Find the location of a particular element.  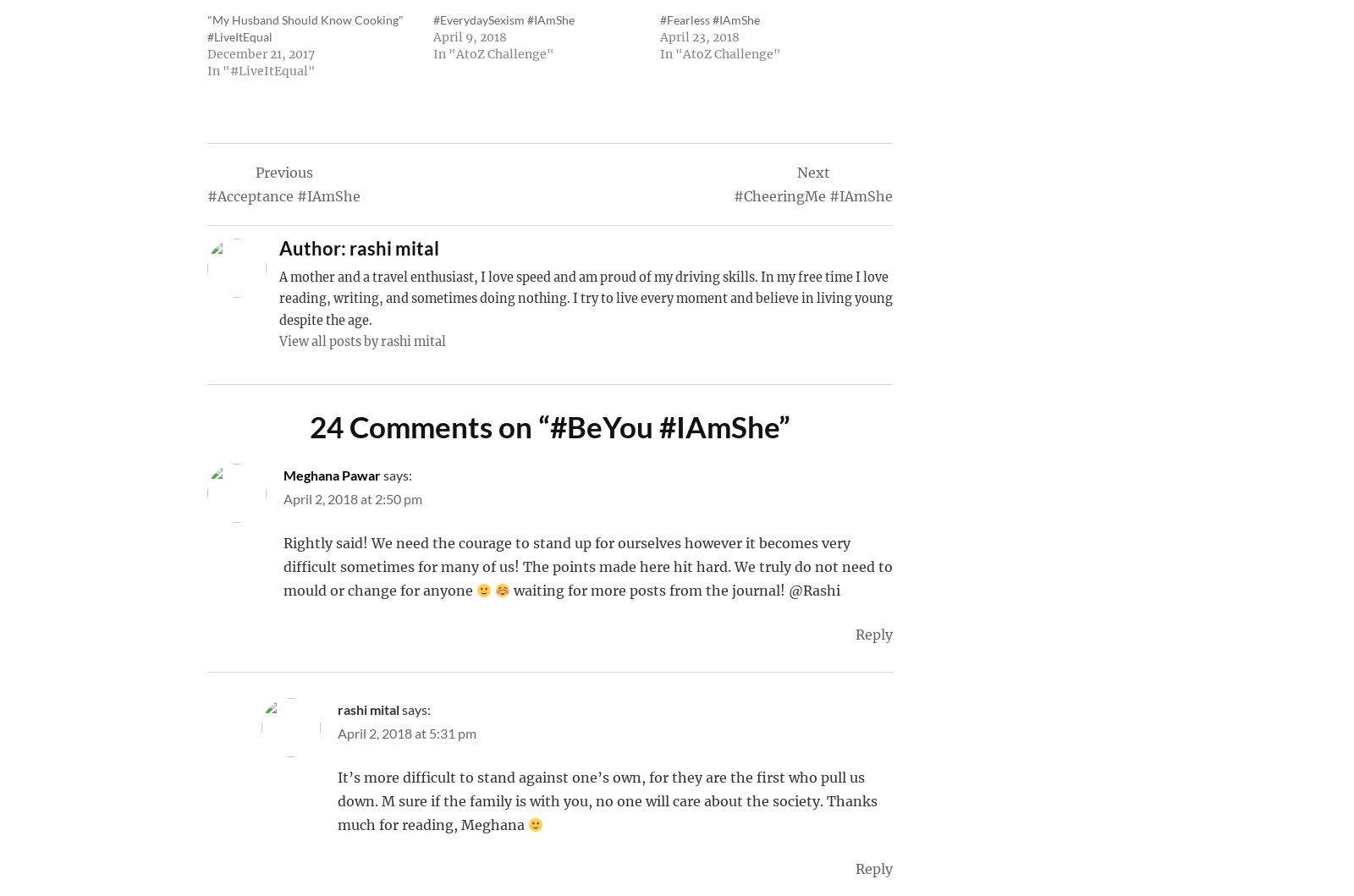

'#BeYou  #IAmShe' is located at coordinates (549, 426).